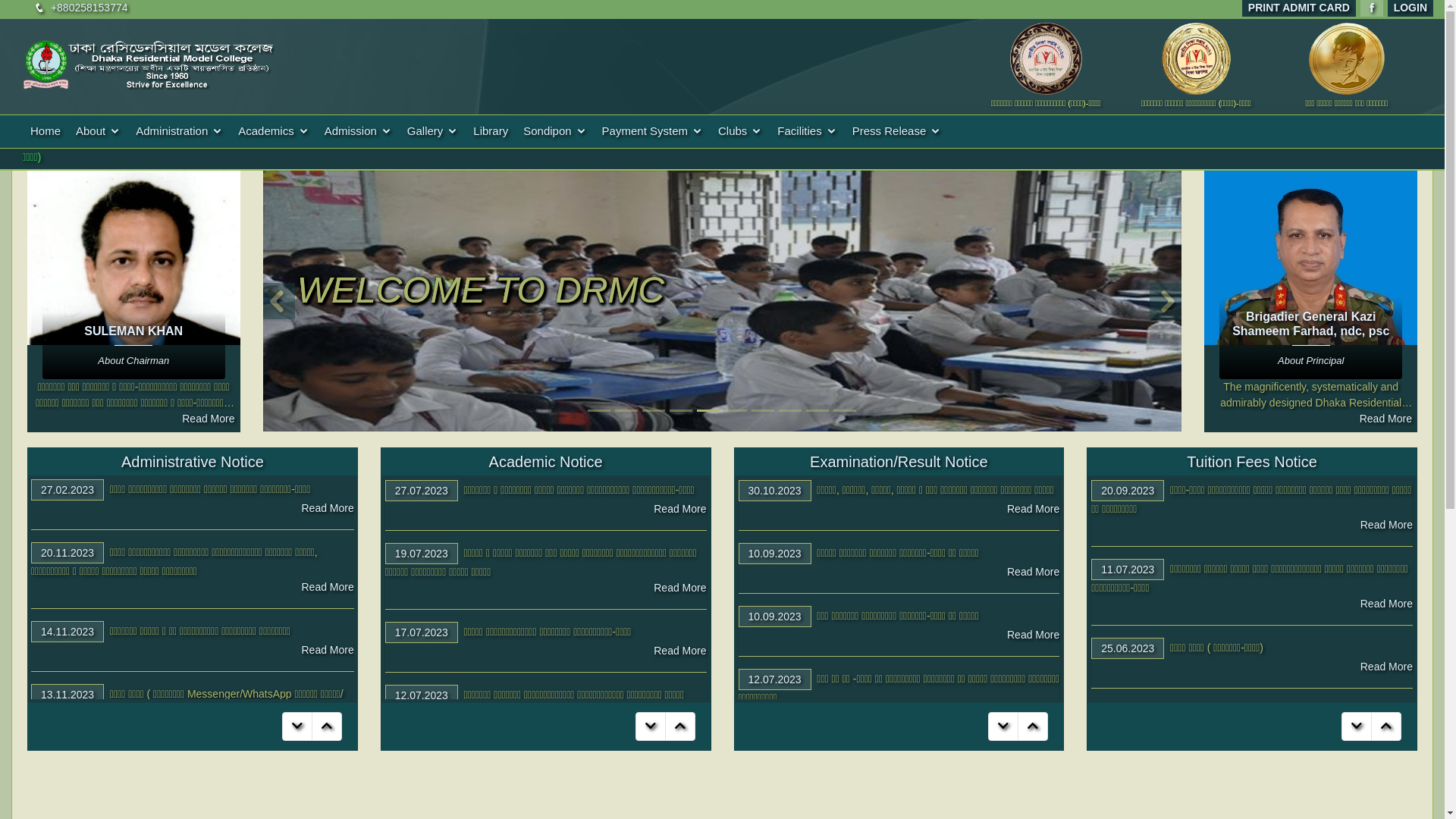 The width and height of the screenshot is (1456, 819). Describe the element at coordinates (896, 130) in the screenshot. I see `'Press Release'` at that location.